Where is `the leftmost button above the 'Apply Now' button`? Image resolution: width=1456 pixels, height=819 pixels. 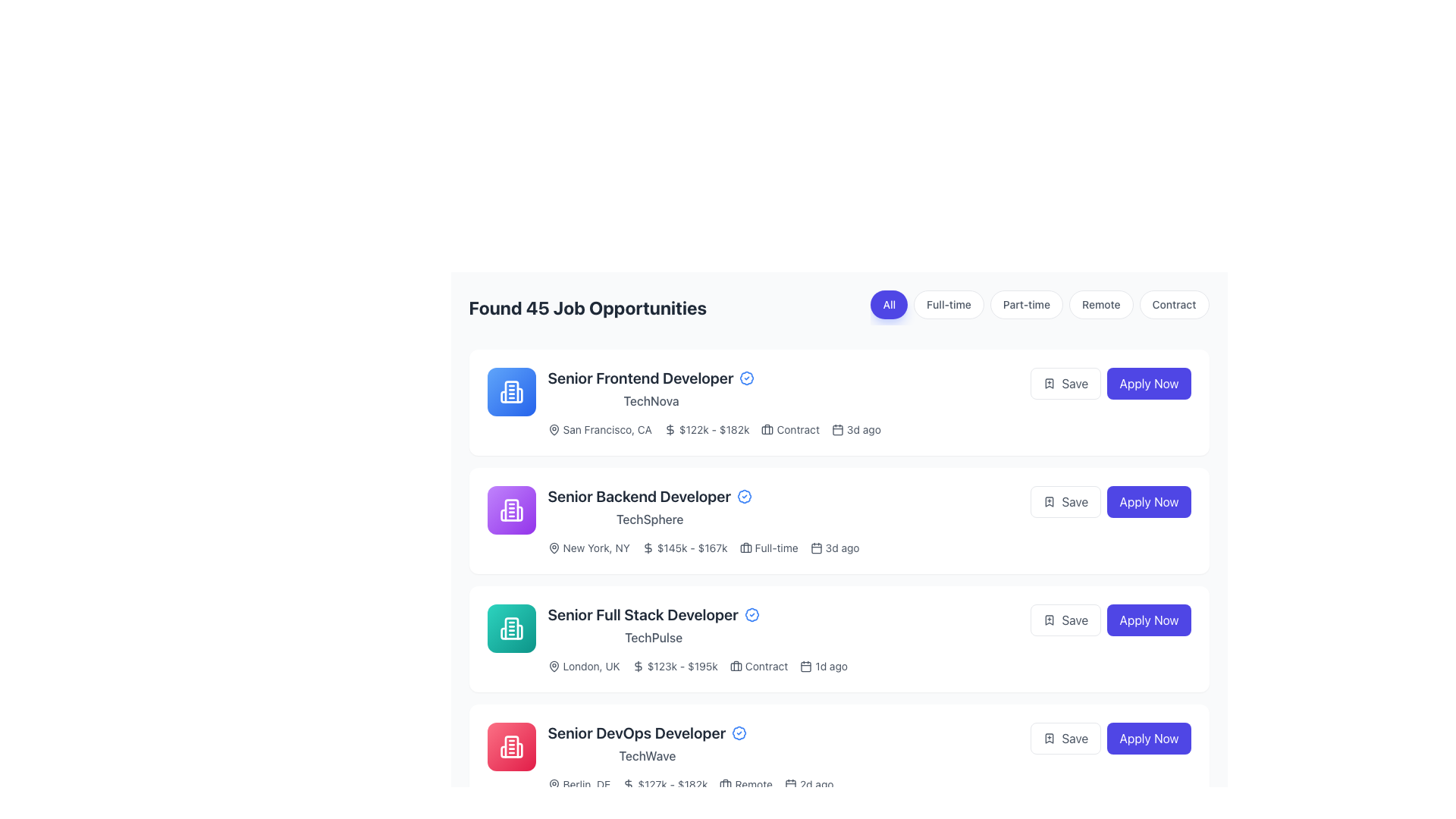 the leftmost button above the 'Apply Now' button is located at coordinates (1065, 738).